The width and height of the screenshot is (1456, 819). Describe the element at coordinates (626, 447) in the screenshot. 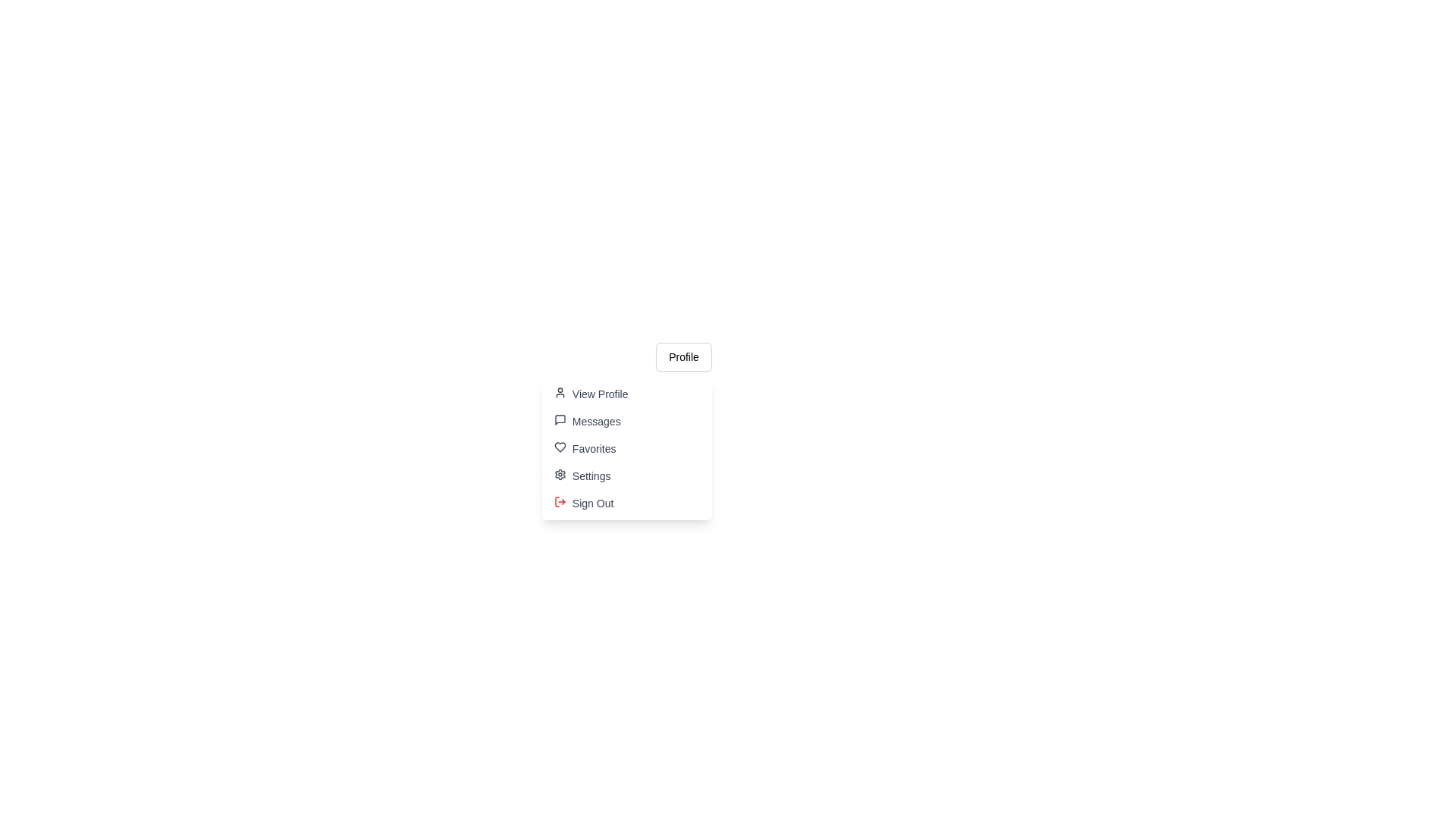

I see `the button in the dropdown menu that navigates to the favorites section, located below 'Messages' and above 'Settings'` at that location.